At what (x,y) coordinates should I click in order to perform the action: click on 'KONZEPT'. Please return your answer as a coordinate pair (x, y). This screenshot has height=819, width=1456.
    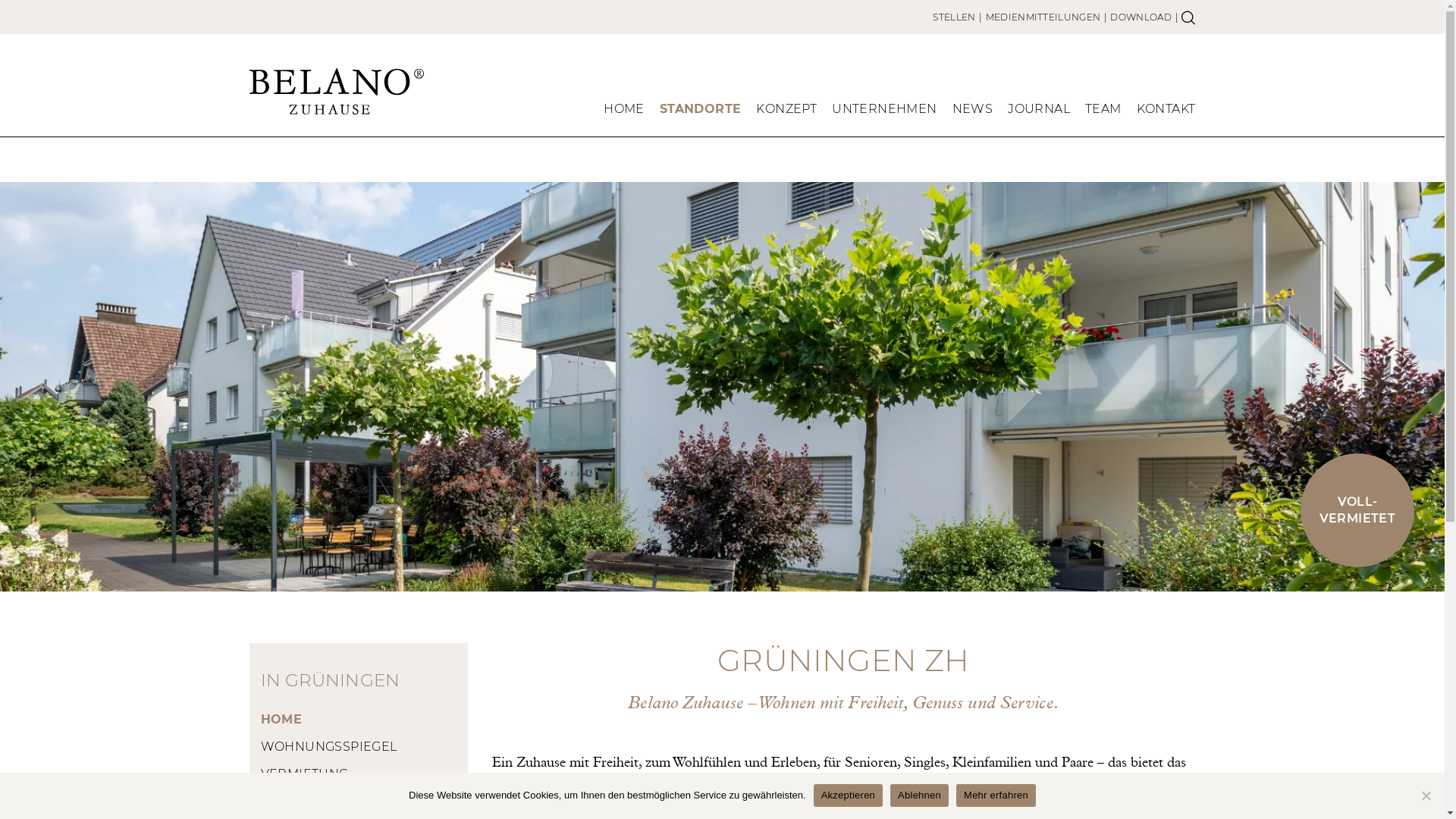
    Looking at the image, I should click on (756, 111).